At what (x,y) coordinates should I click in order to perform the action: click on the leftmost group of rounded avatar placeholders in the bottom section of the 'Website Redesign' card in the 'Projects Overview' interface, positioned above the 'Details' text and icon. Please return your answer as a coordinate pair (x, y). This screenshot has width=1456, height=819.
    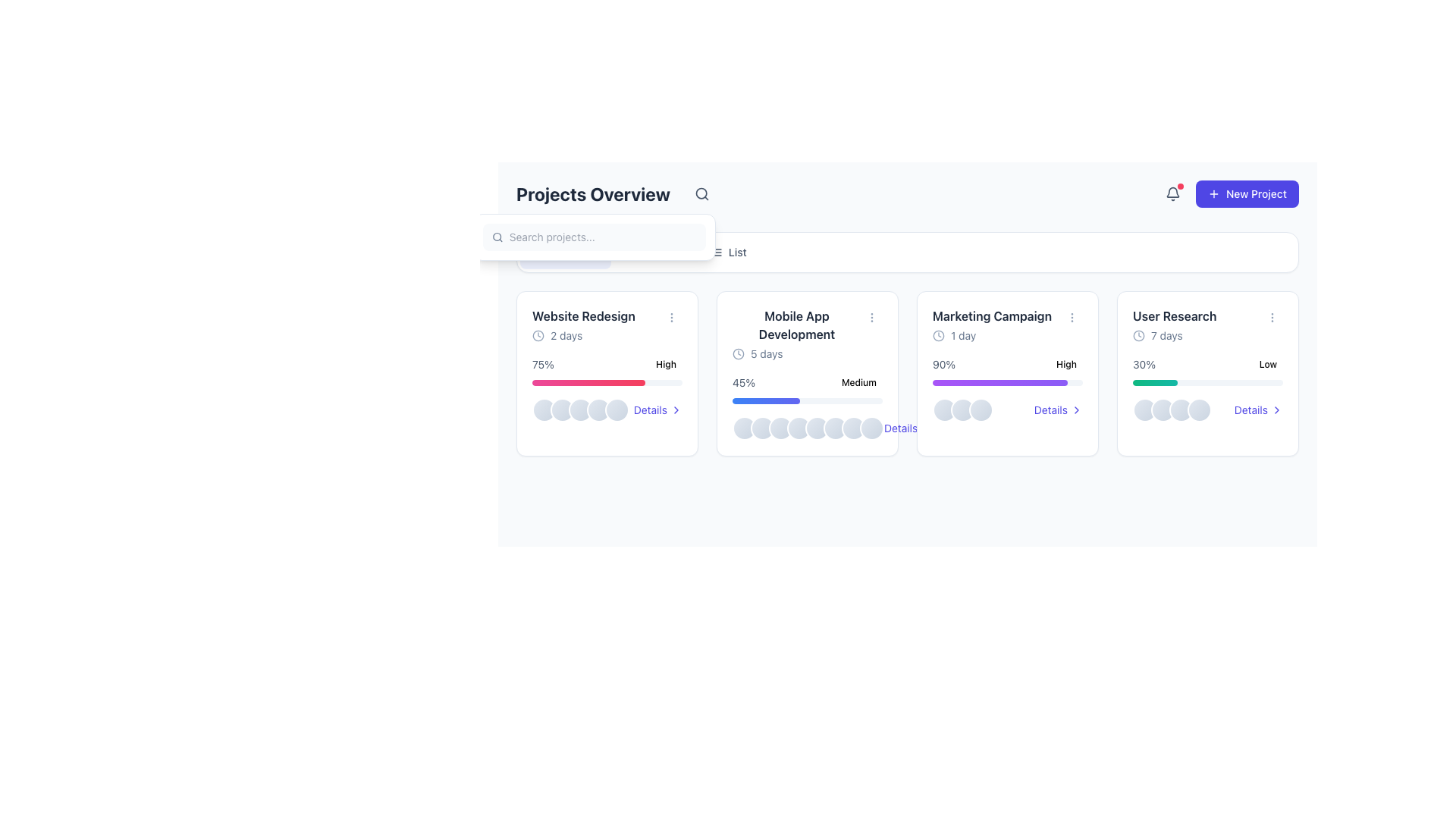
    Looking at the image, I should click on (580, 409).